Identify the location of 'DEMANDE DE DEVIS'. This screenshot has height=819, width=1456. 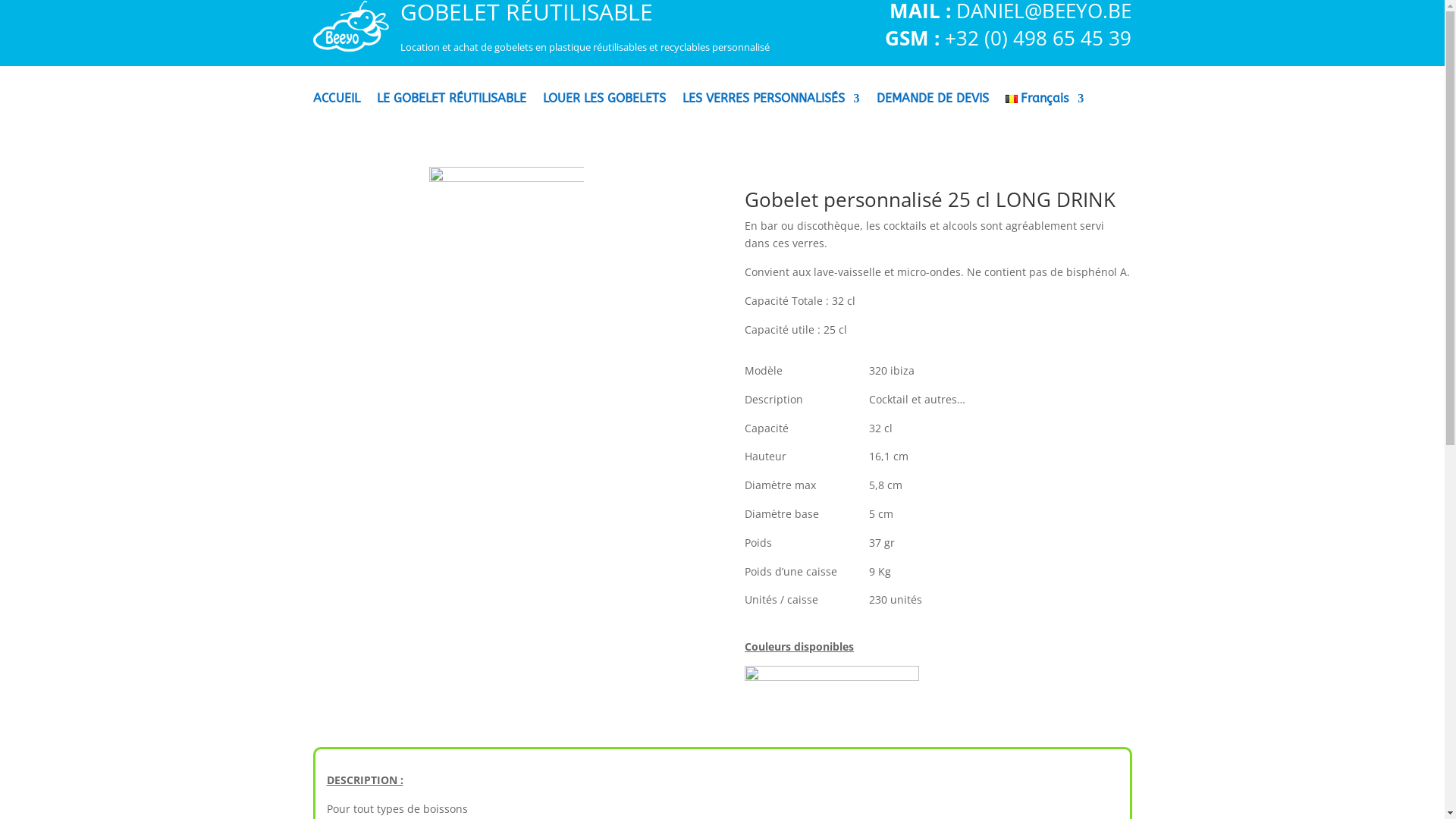
(877, 108).